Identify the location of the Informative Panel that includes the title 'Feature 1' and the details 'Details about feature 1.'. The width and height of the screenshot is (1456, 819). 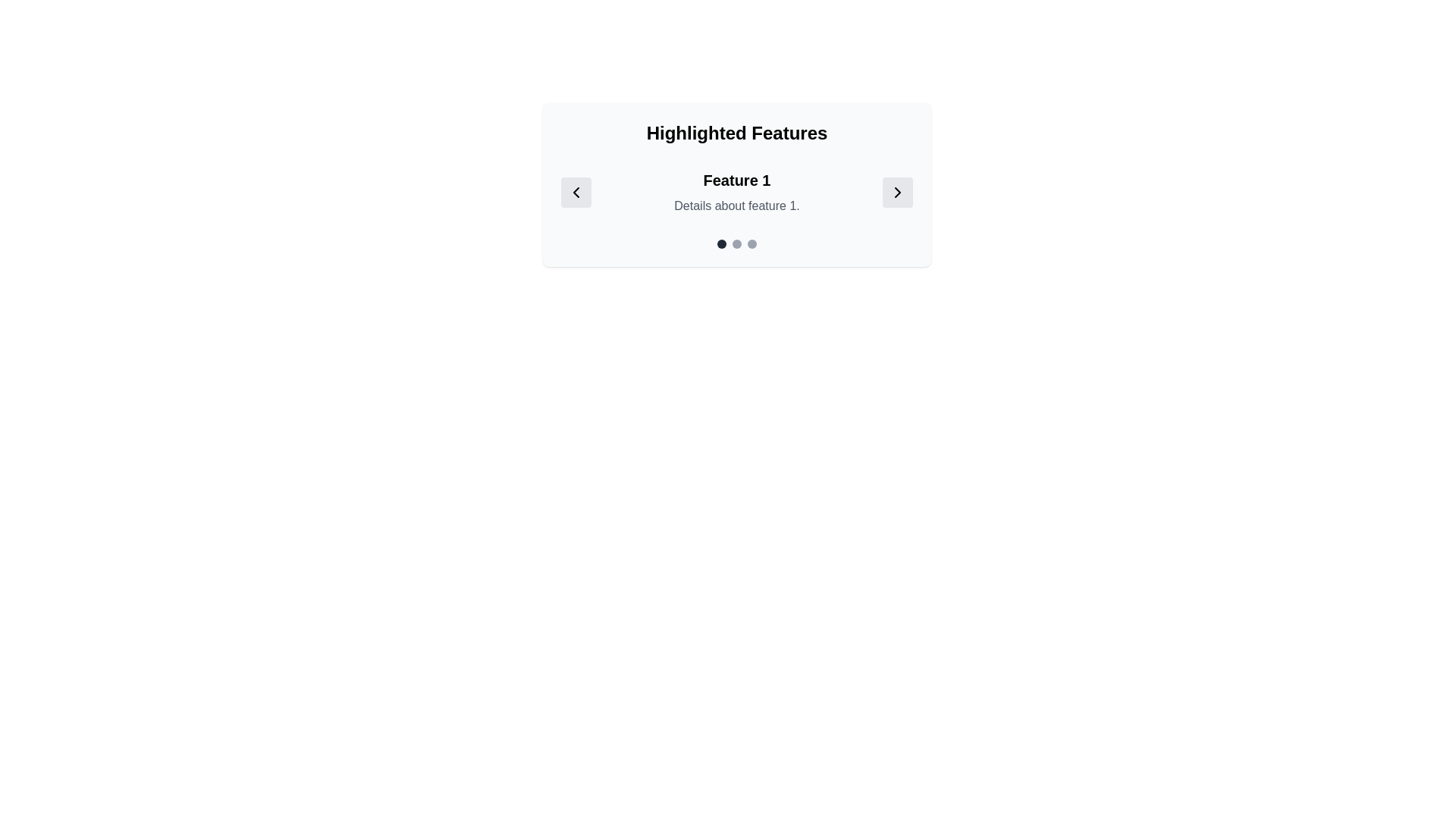
(736, 192).